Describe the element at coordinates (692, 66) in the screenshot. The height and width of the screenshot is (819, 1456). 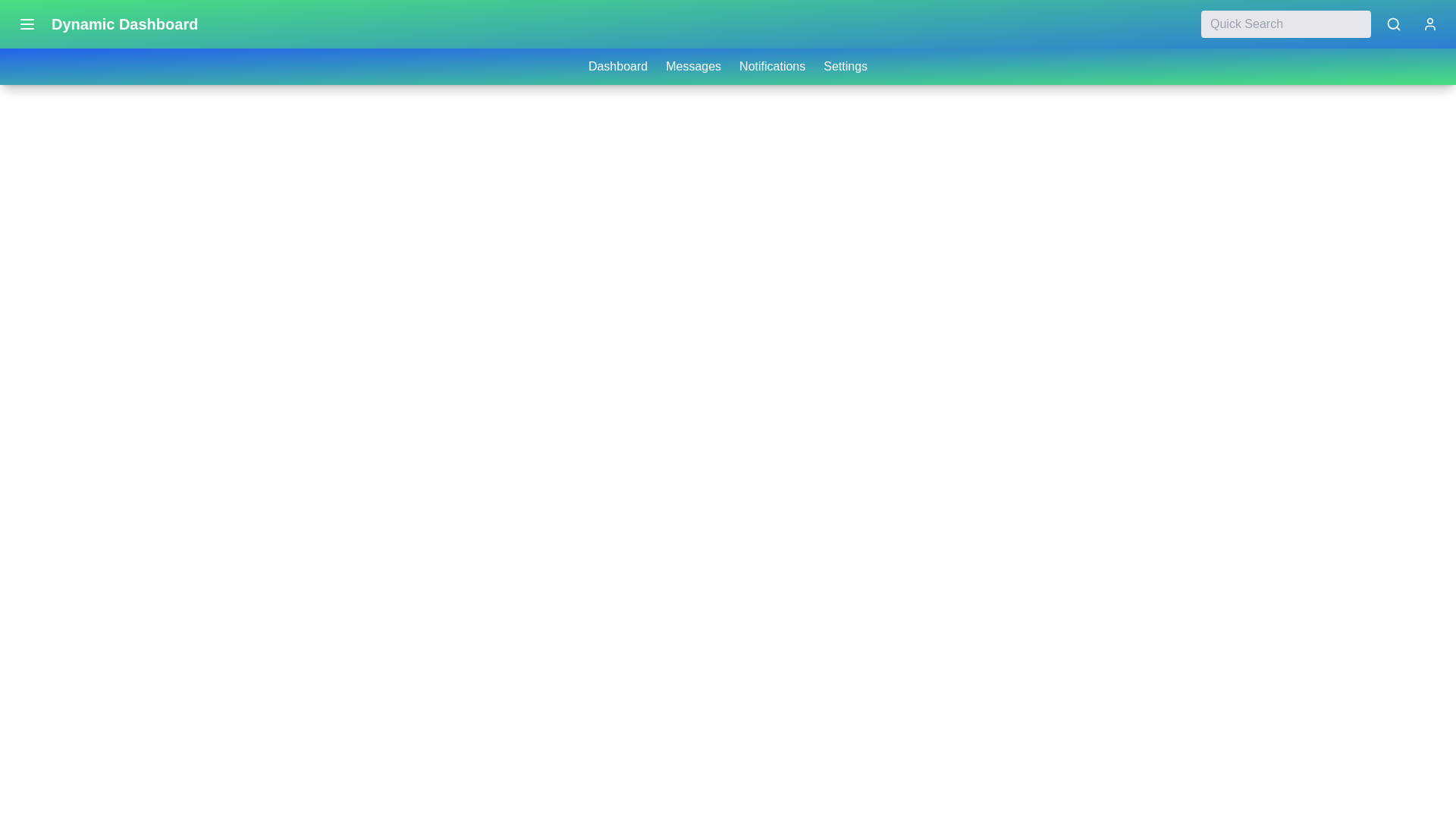
I see `the 'Messages' text link on the blue-green navigation bar` at that location.